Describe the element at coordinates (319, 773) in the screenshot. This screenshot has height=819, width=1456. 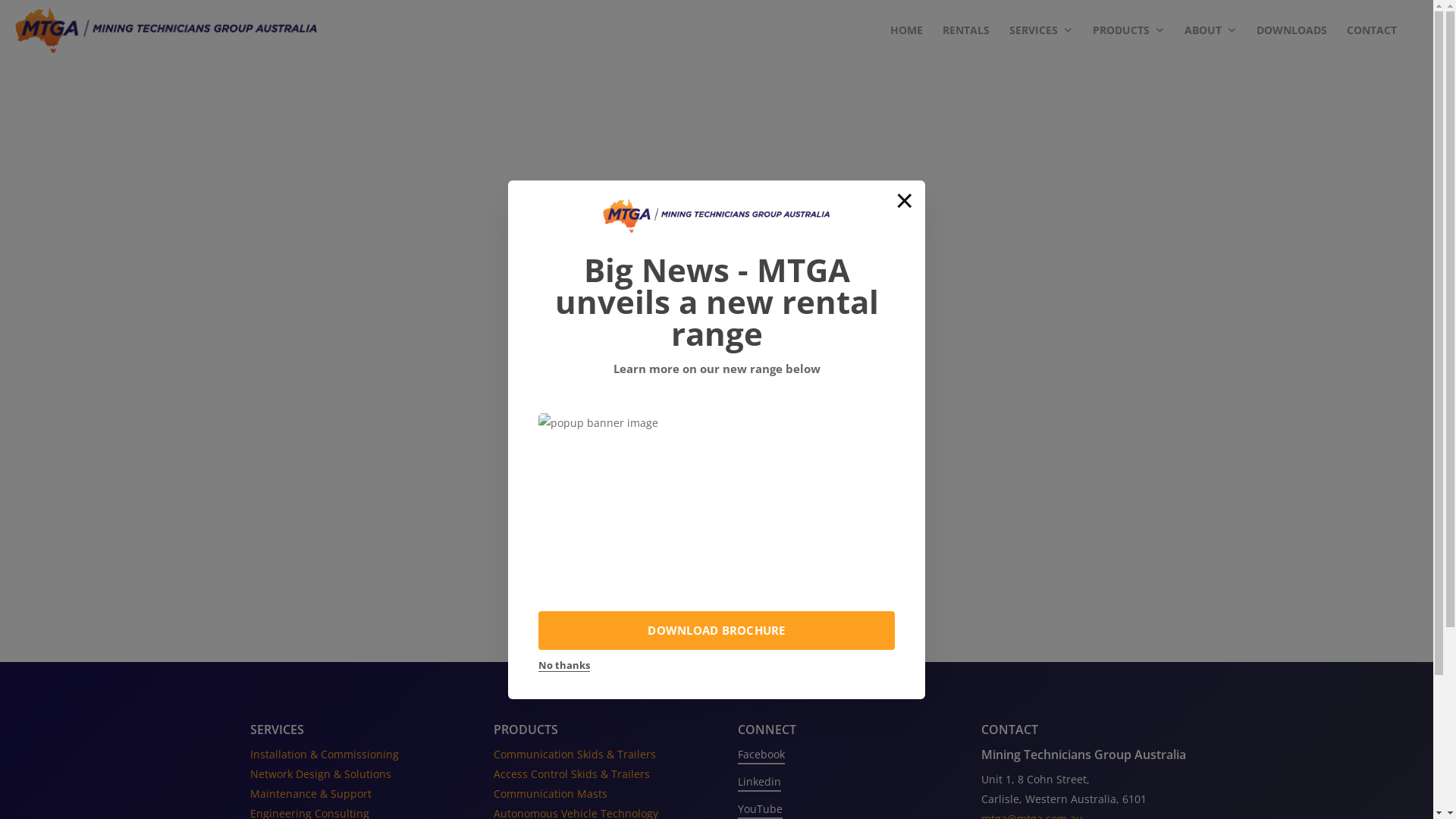
I see `'Network Design & Solutions'` at that location.